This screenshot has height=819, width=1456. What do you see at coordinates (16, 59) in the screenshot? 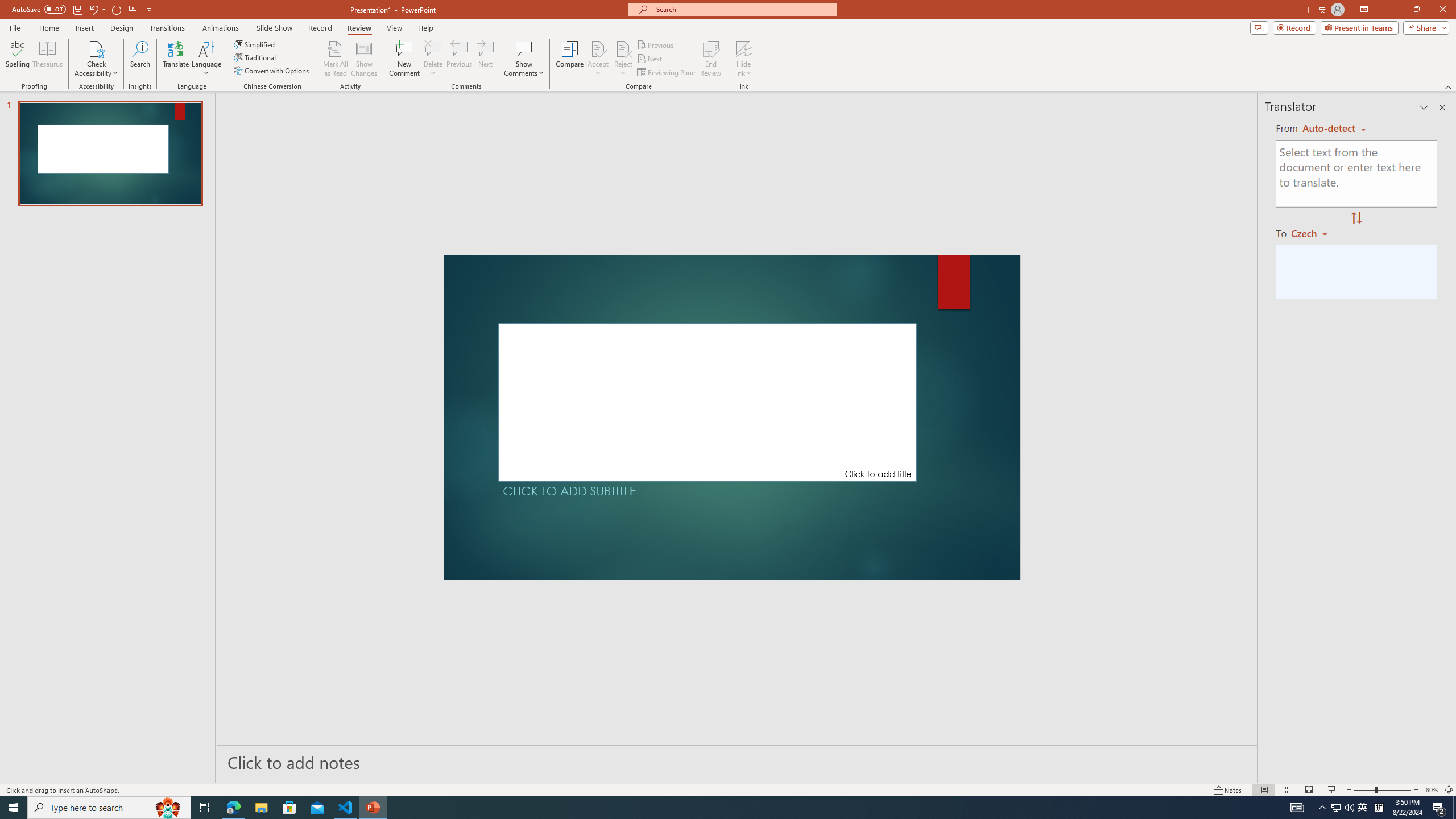
I see `'Spelling...'` at bounding box center [16, 59].